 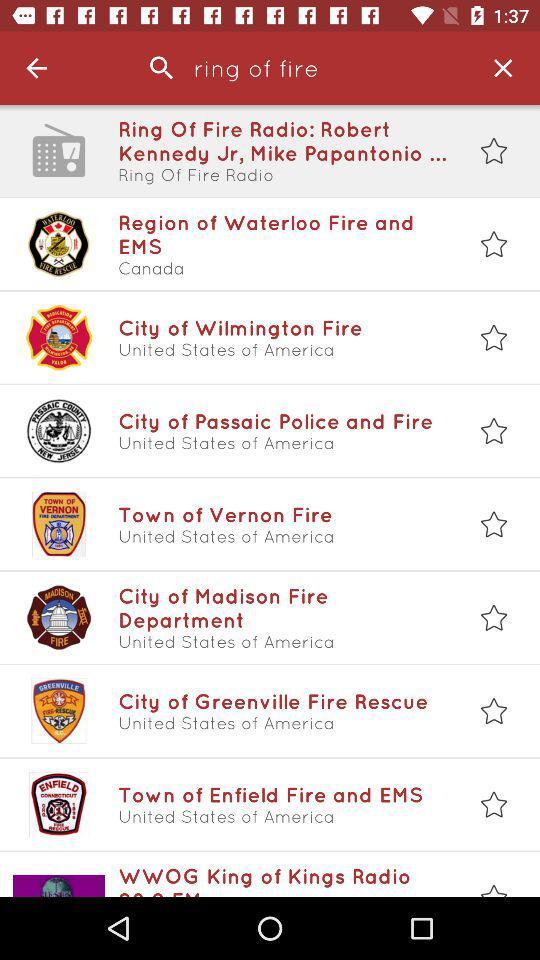 I want to click on wwog king of, so click(x=282, y=879).